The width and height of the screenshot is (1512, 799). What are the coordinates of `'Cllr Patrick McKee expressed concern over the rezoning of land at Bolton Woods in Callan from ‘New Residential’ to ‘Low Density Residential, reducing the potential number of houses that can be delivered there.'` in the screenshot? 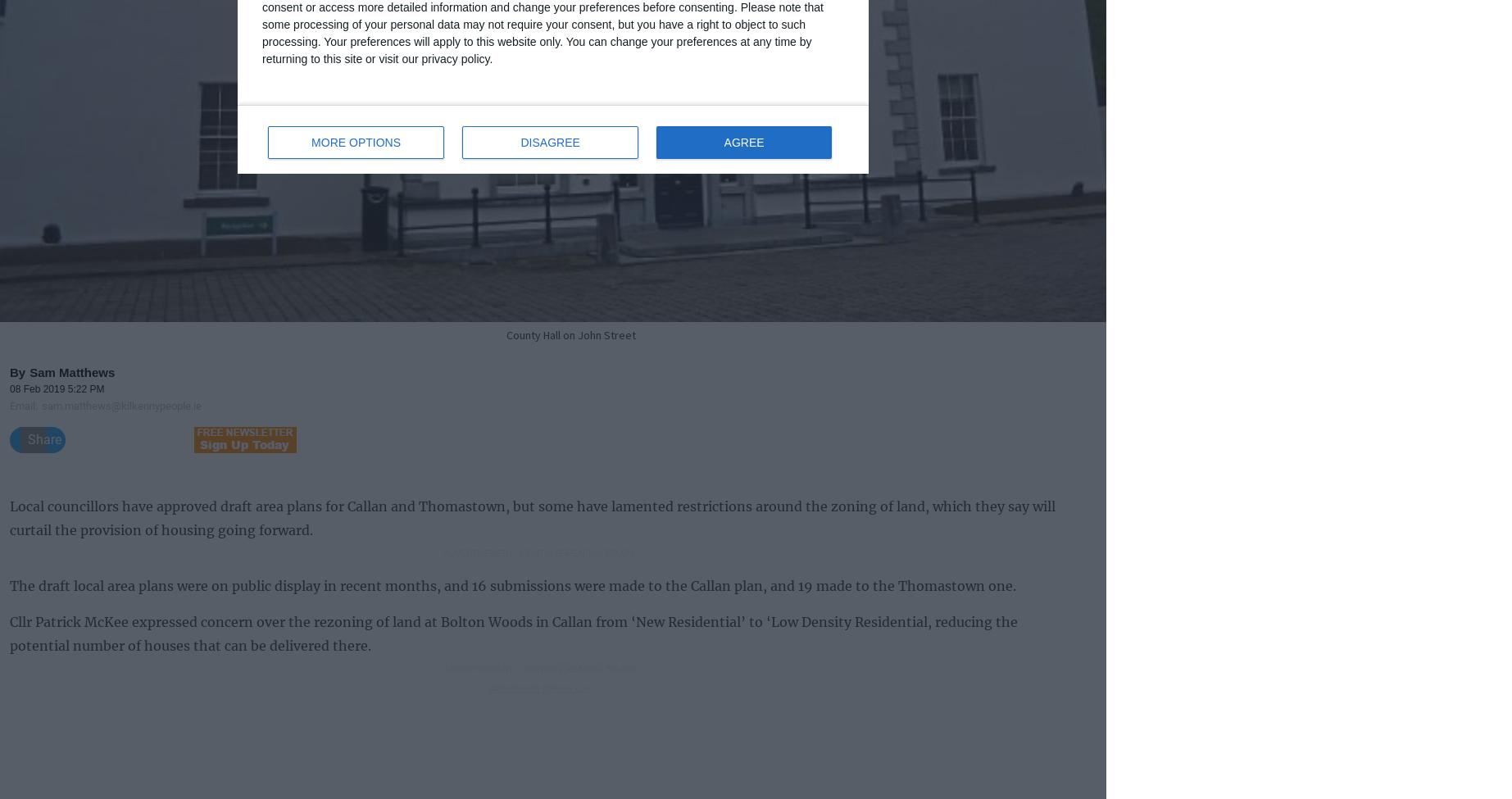 It's located at (9, 632).